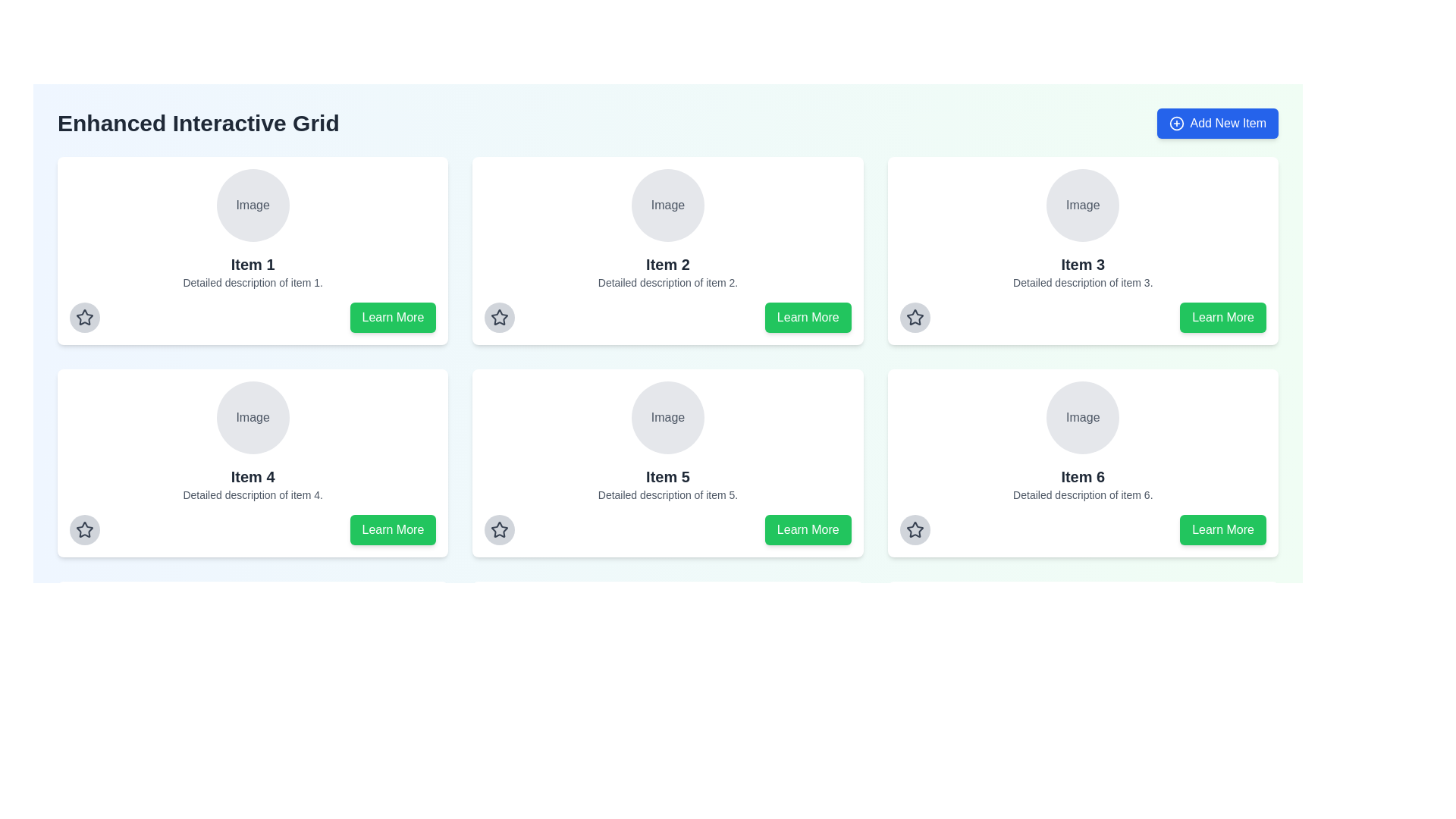 The image size is (1456, 819). I want to click on the favorite button (star) located at the bottom-left corner of card number 3, so click(914, 317).